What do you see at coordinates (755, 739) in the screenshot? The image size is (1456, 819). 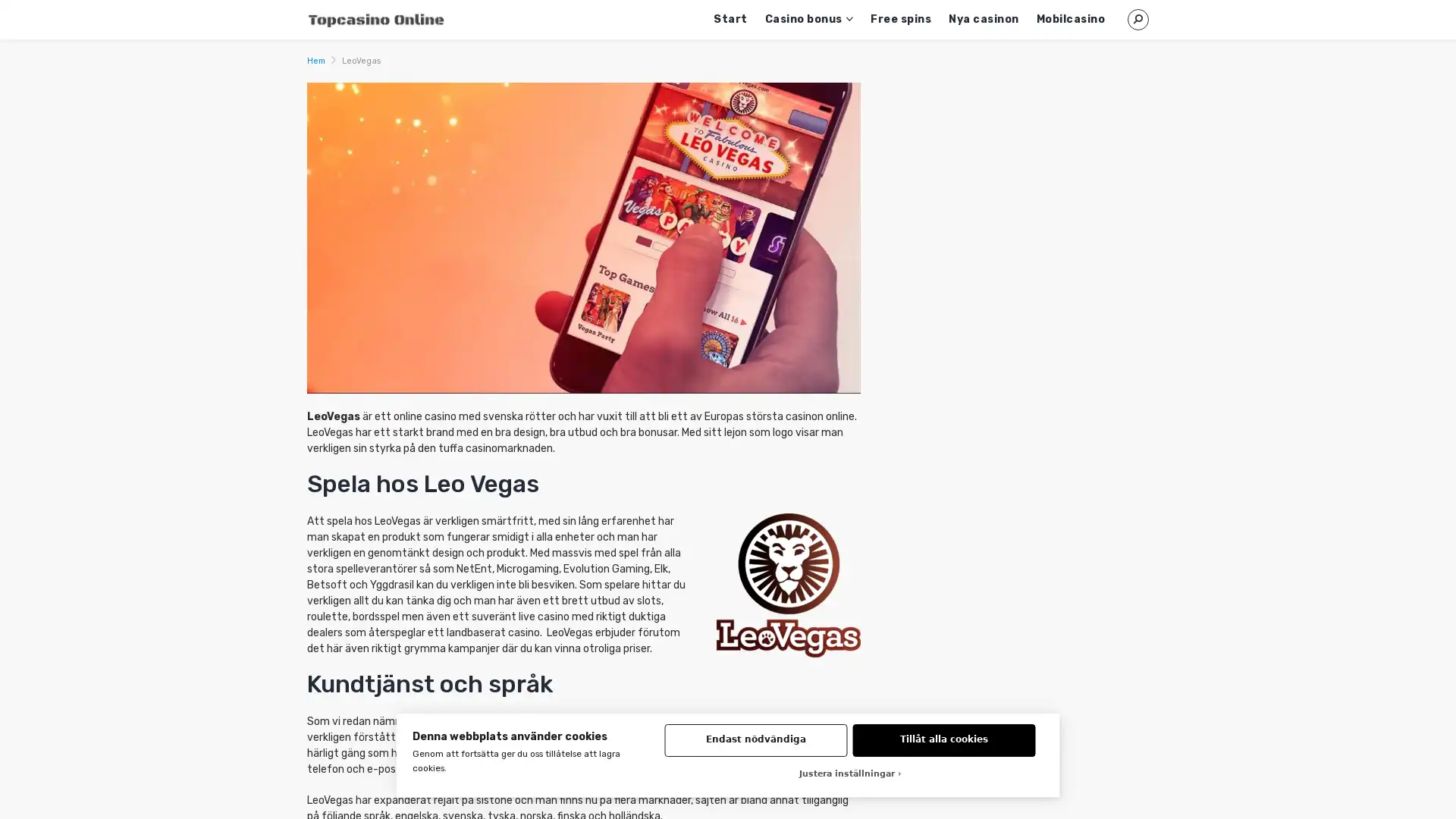 I see `Endast nodvandiga` at bounding box center [755, 739].